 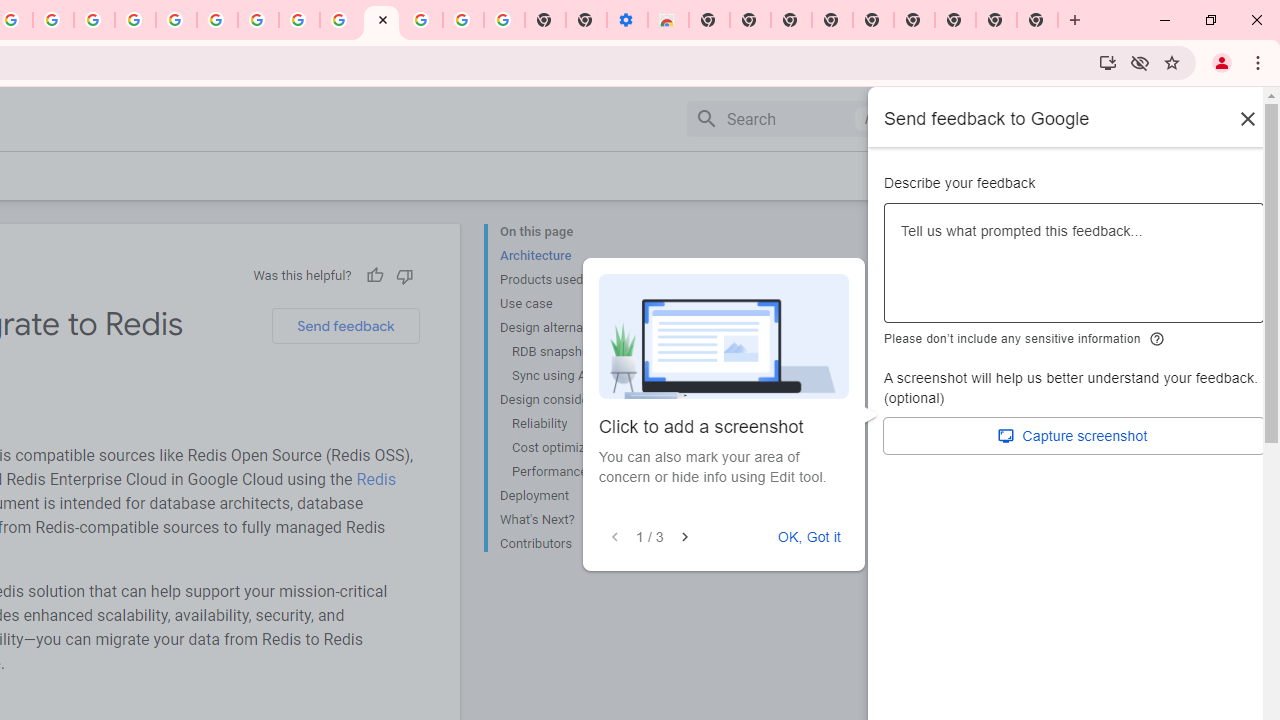 What do you see at coordinates (809, 536) in the screenshot?
I see `'OK, Got it'` at bounding box center [809, 536].